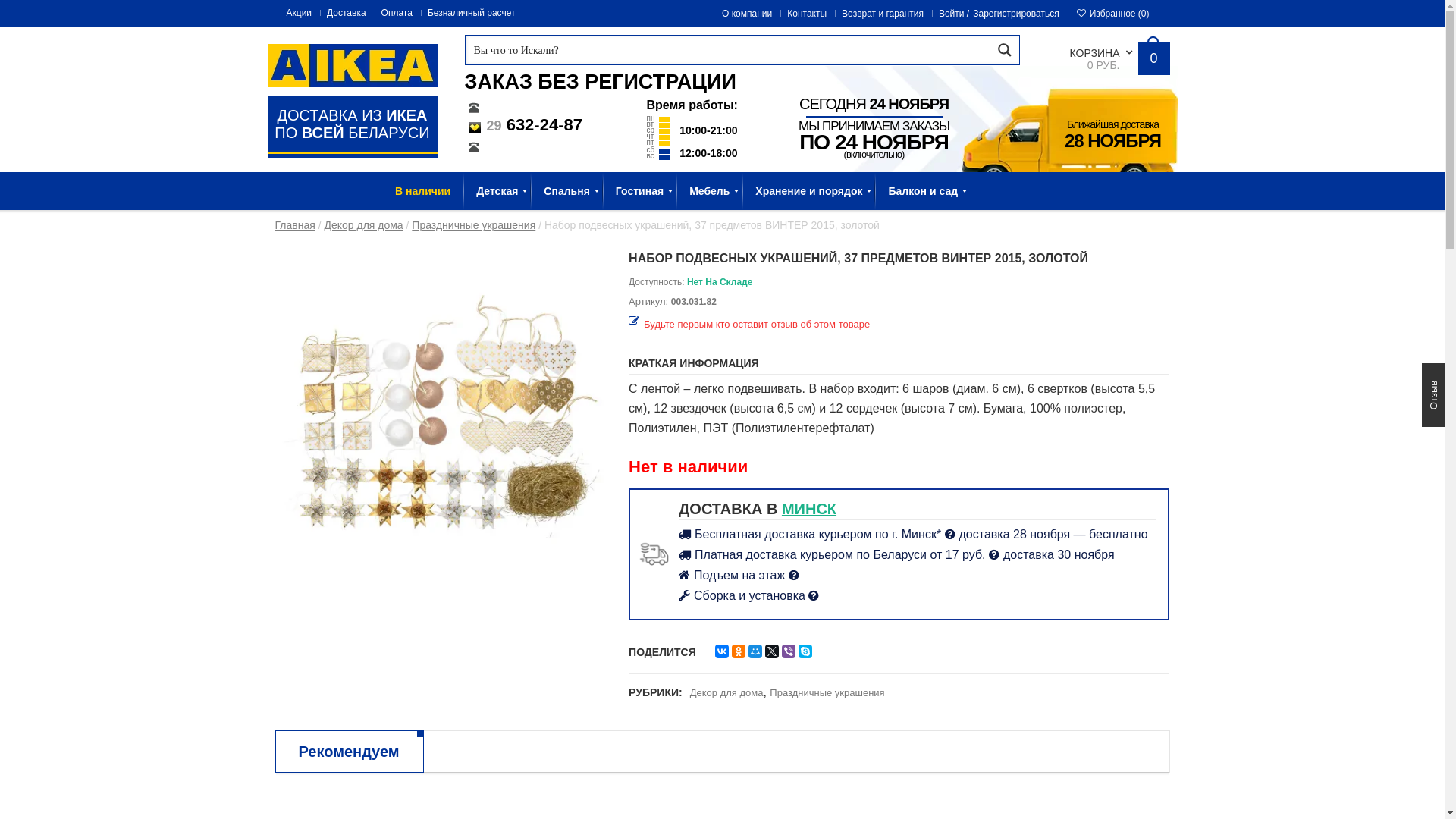 This screenshot has width=1456, height=819. I want to click on 'Skype', so click(804, 651).